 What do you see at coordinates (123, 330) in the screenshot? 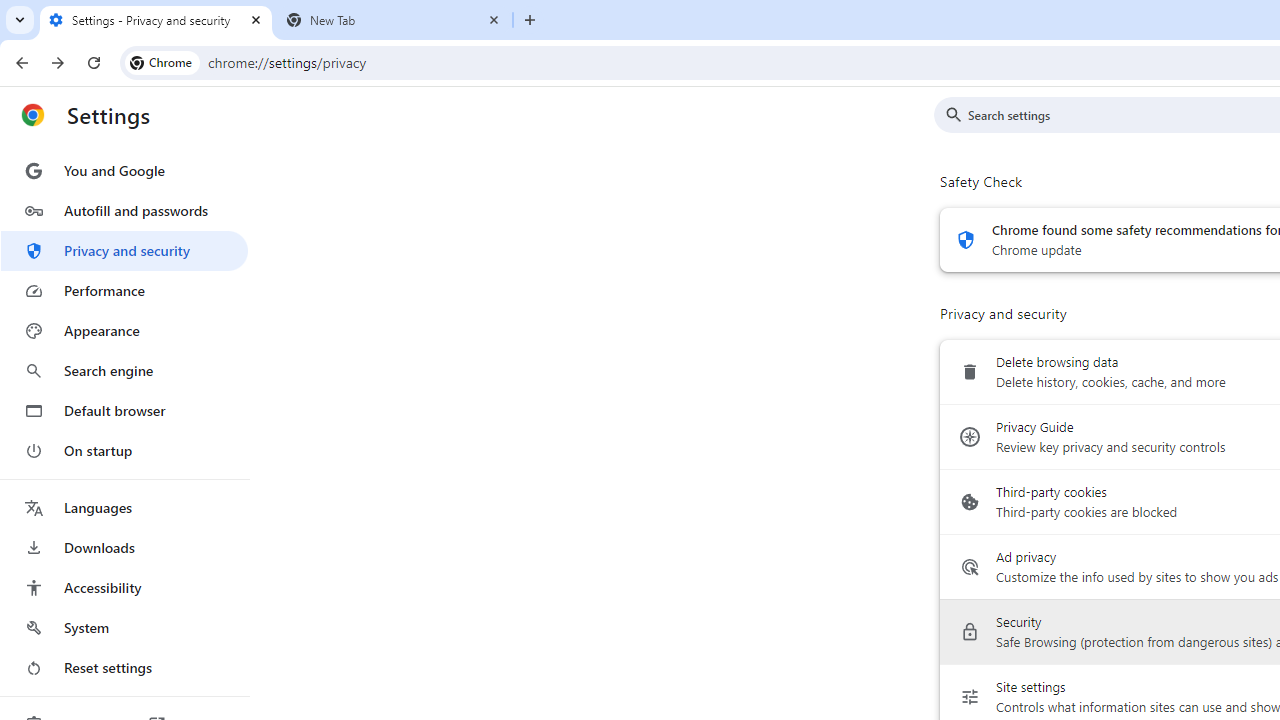
I see `'Appearance'` at bounding box center [123, 330].